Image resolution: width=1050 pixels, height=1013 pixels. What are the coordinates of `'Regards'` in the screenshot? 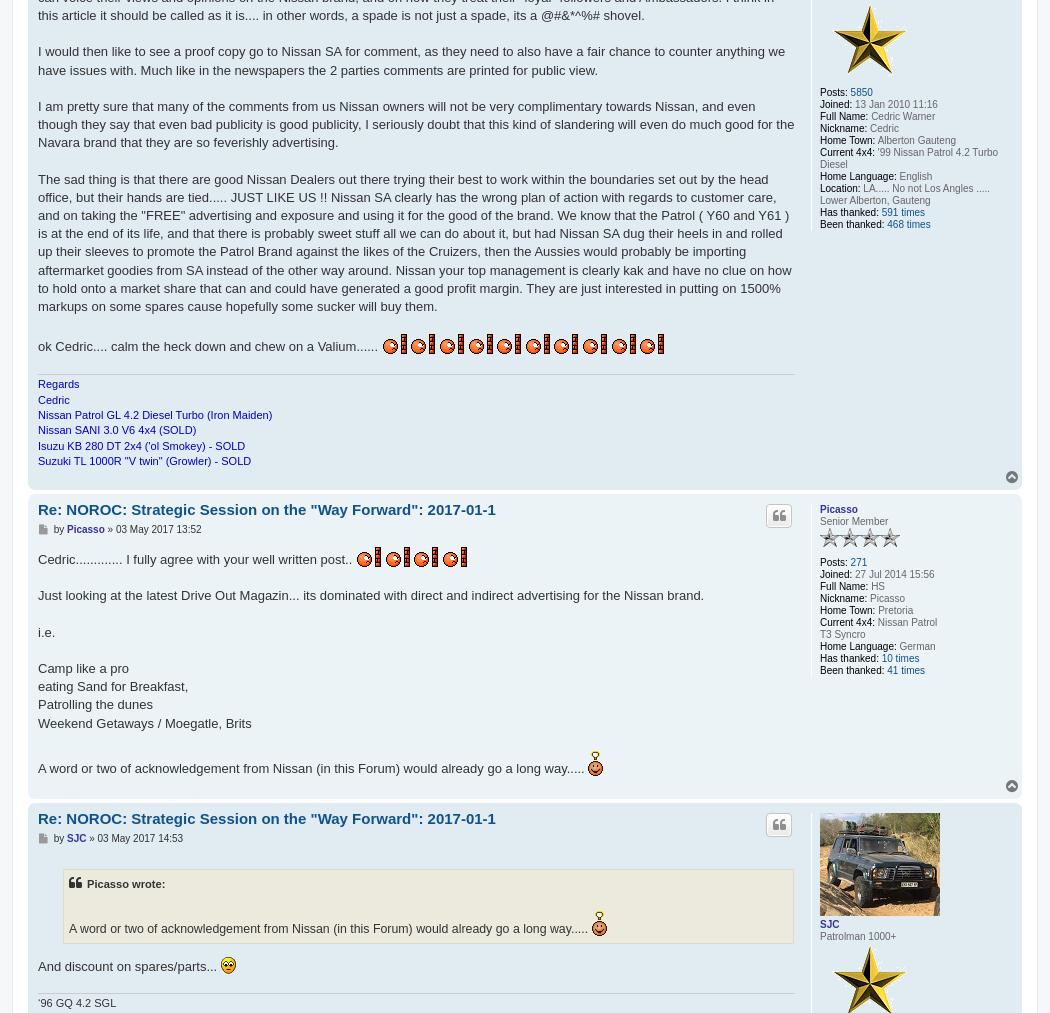 It's located at (57, 384).